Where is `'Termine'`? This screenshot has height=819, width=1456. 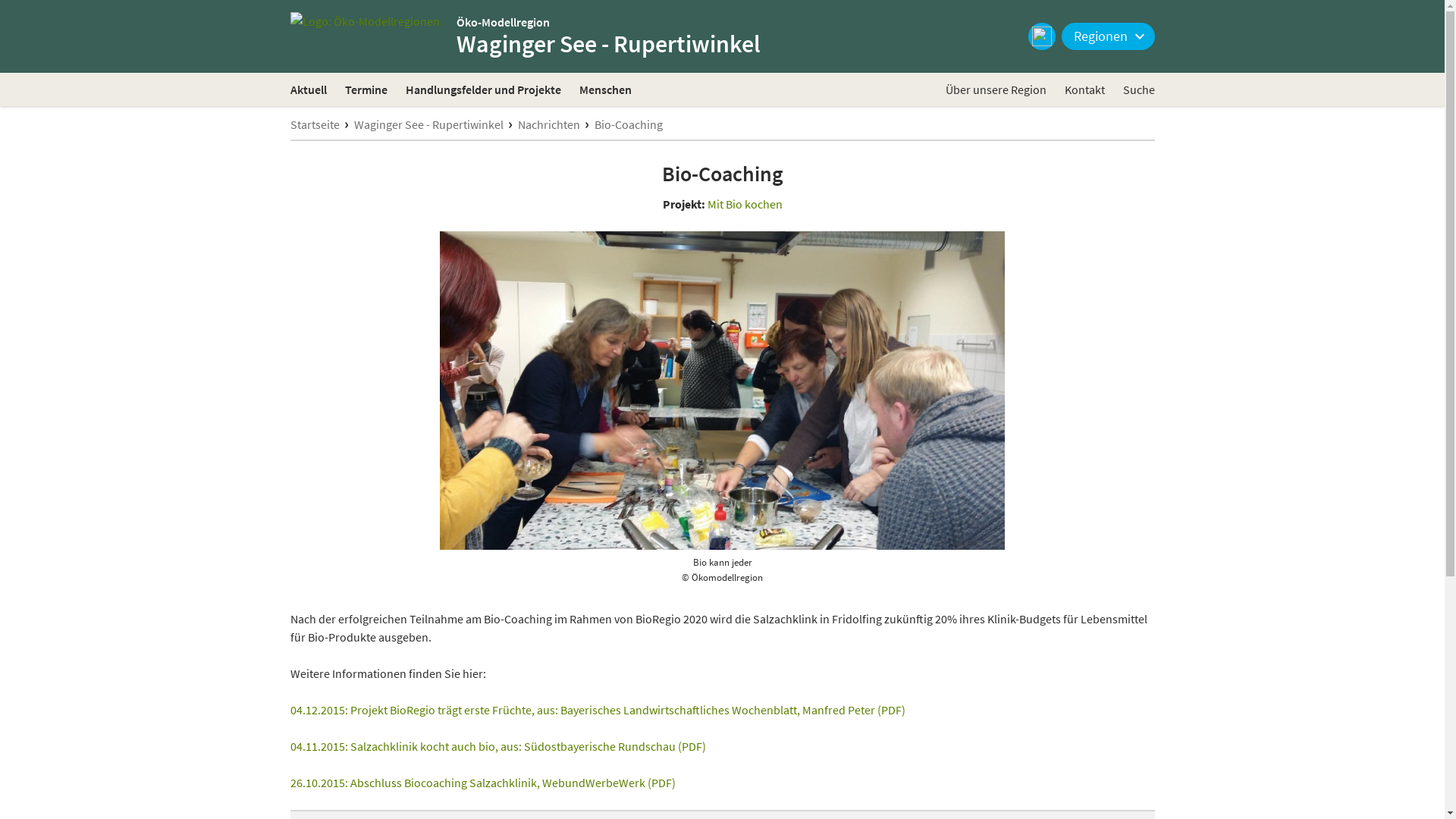
'Termine' is located at coordinates (365, 89).